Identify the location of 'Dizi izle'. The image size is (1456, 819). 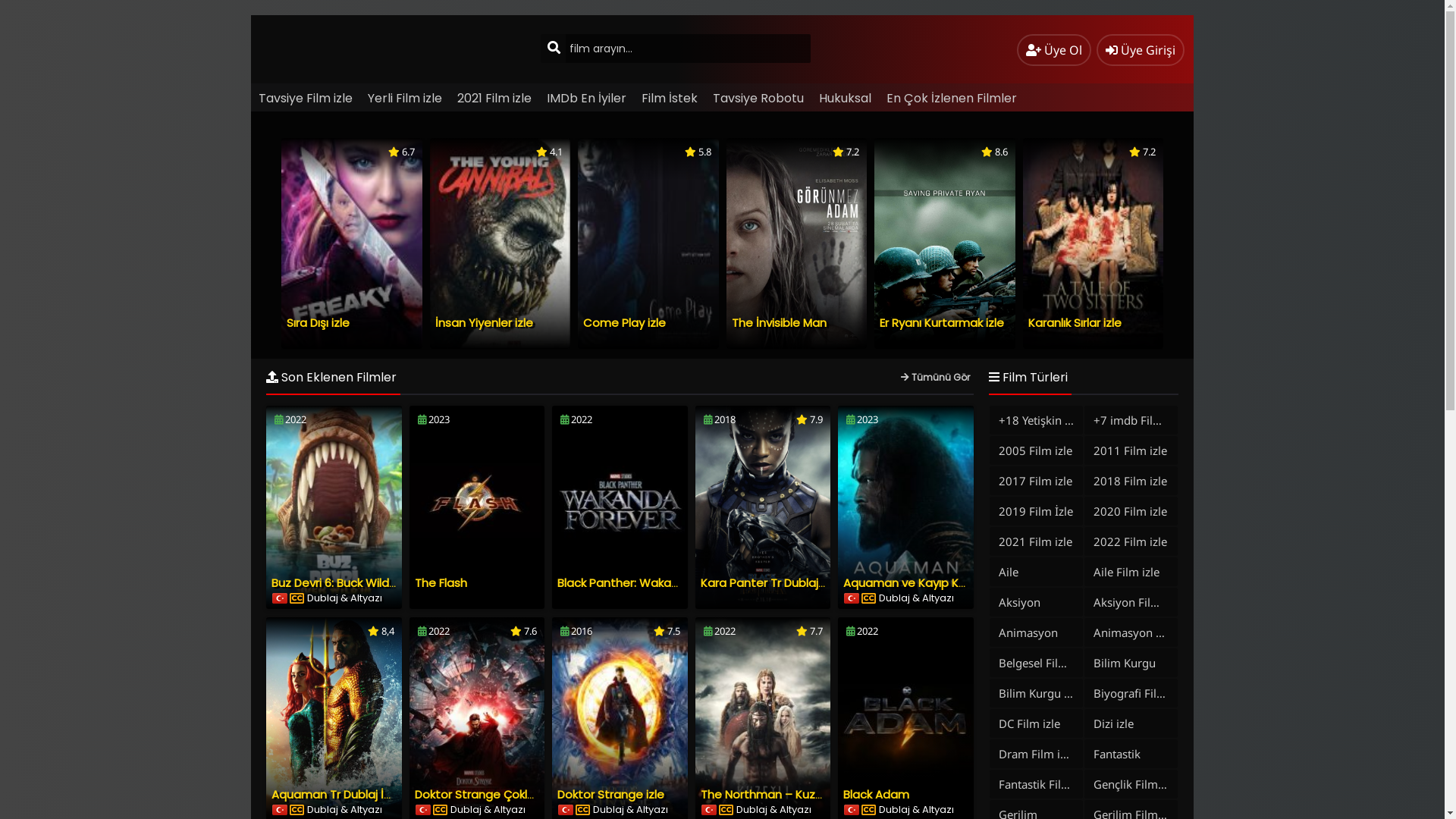
(1131, 722).